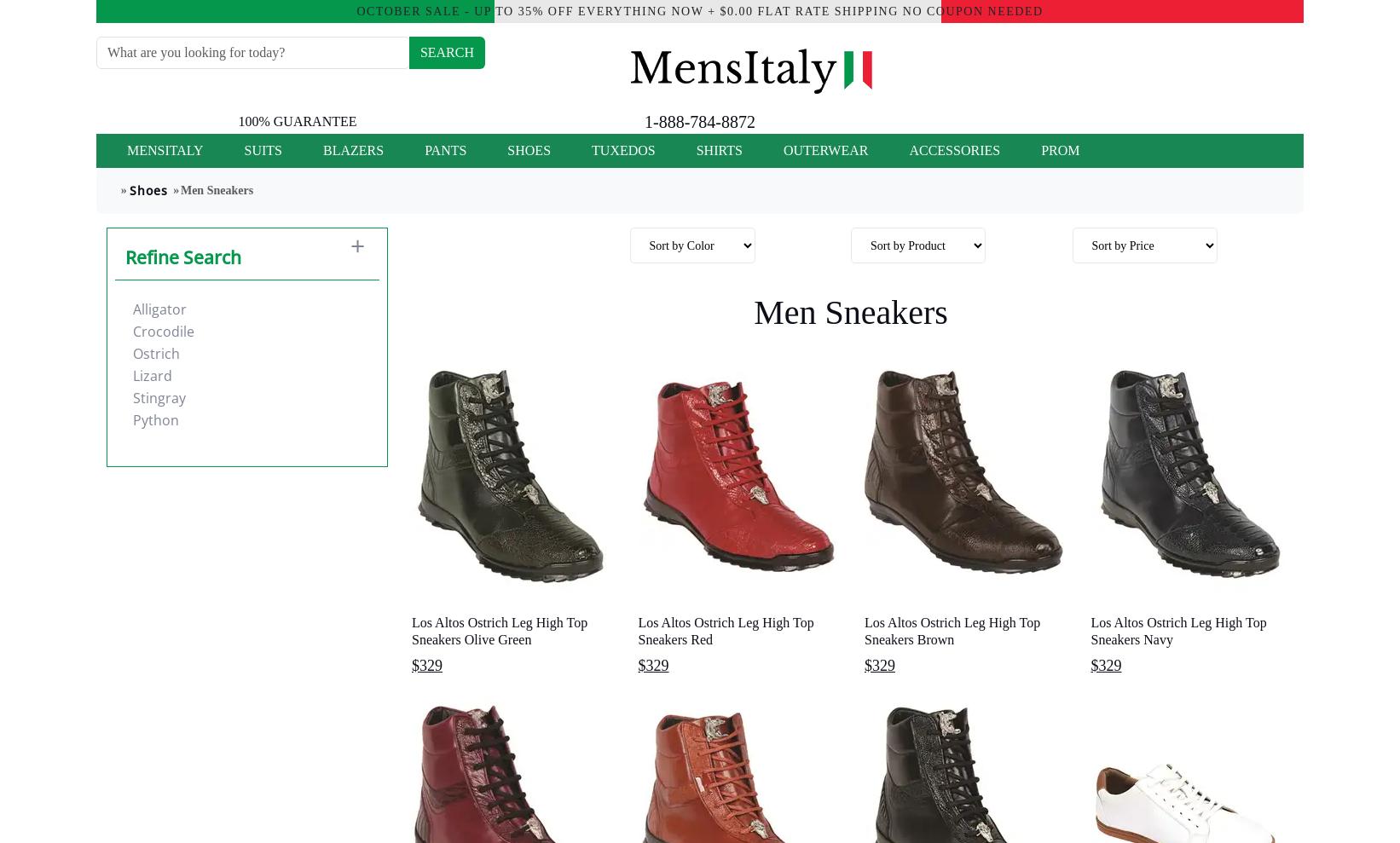 The image size is (1400, 843). What do you see at coordinates (726, 546) in the screenshot?
I see `'Zapatos para Hombre de Piel de Avestruz Completa Original de Calidad Premium'` at bounding box center [726, 546].